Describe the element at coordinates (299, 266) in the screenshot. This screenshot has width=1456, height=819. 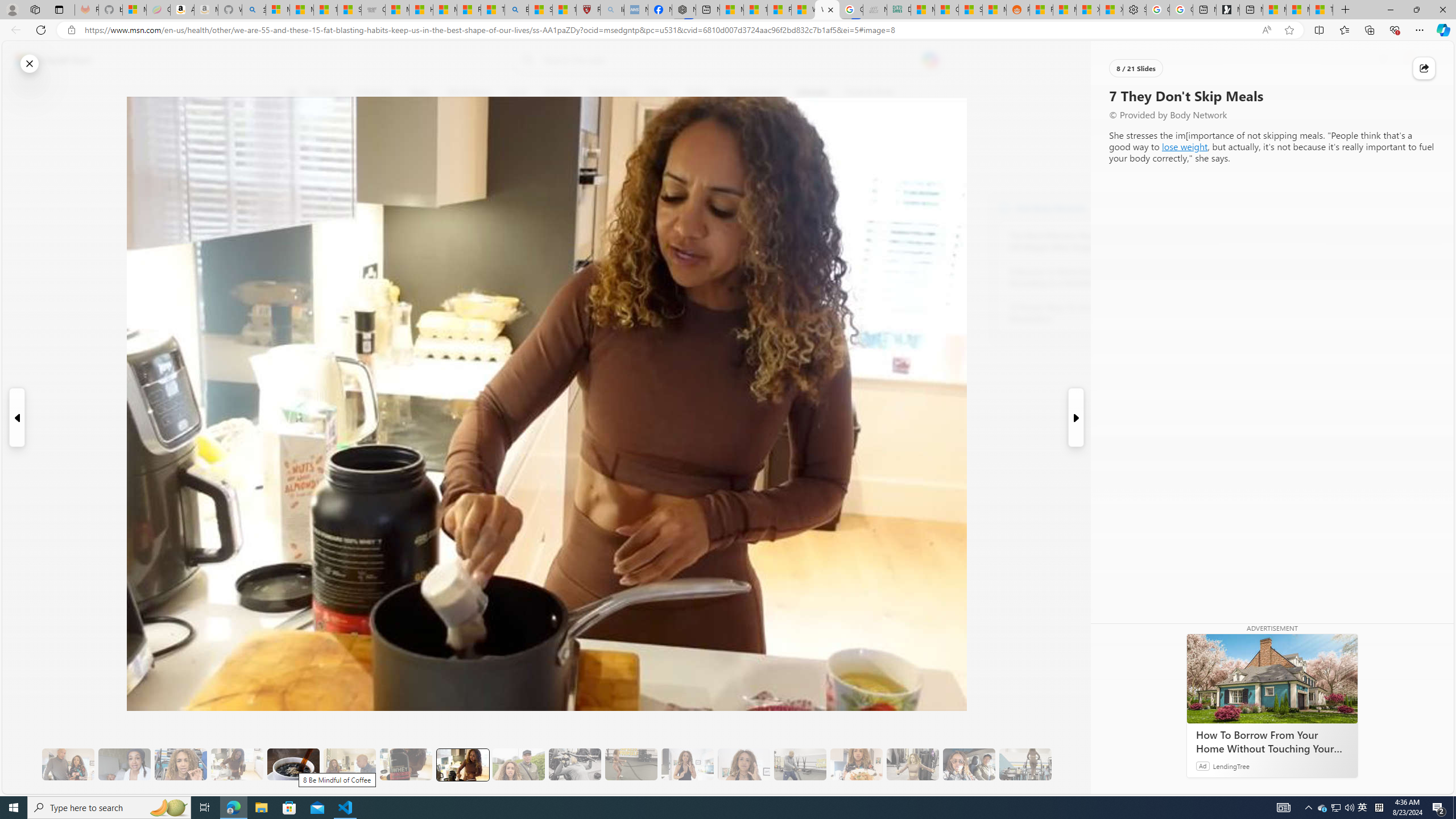
I see `'Class: at-item'` at that location.